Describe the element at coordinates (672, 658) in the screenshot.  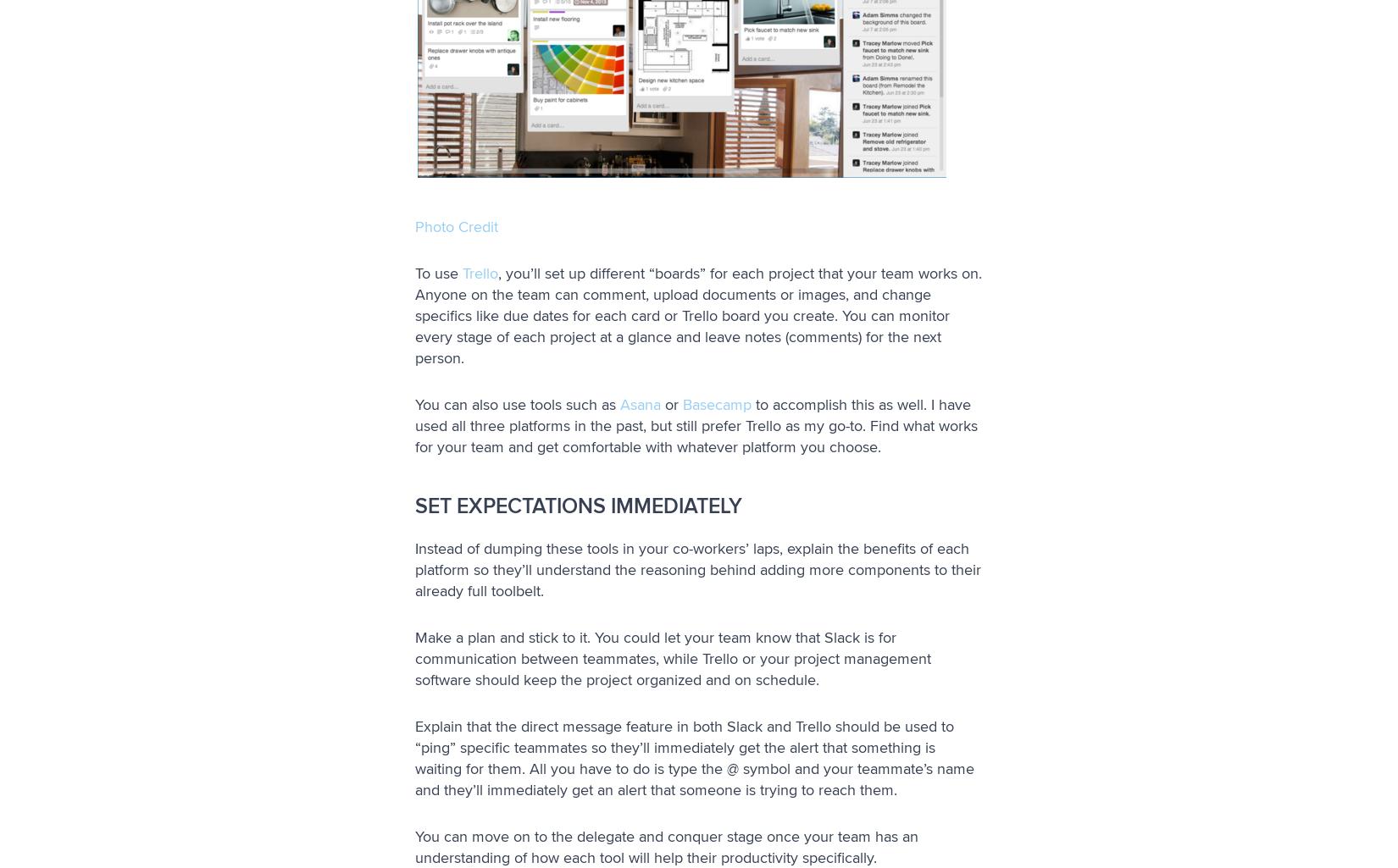
I see `'Make a plan and stick to it. You could let your team know that Slack is for communication between teammates, while Trello or your project management software should keep the project organized and on schedule.'` at that location.